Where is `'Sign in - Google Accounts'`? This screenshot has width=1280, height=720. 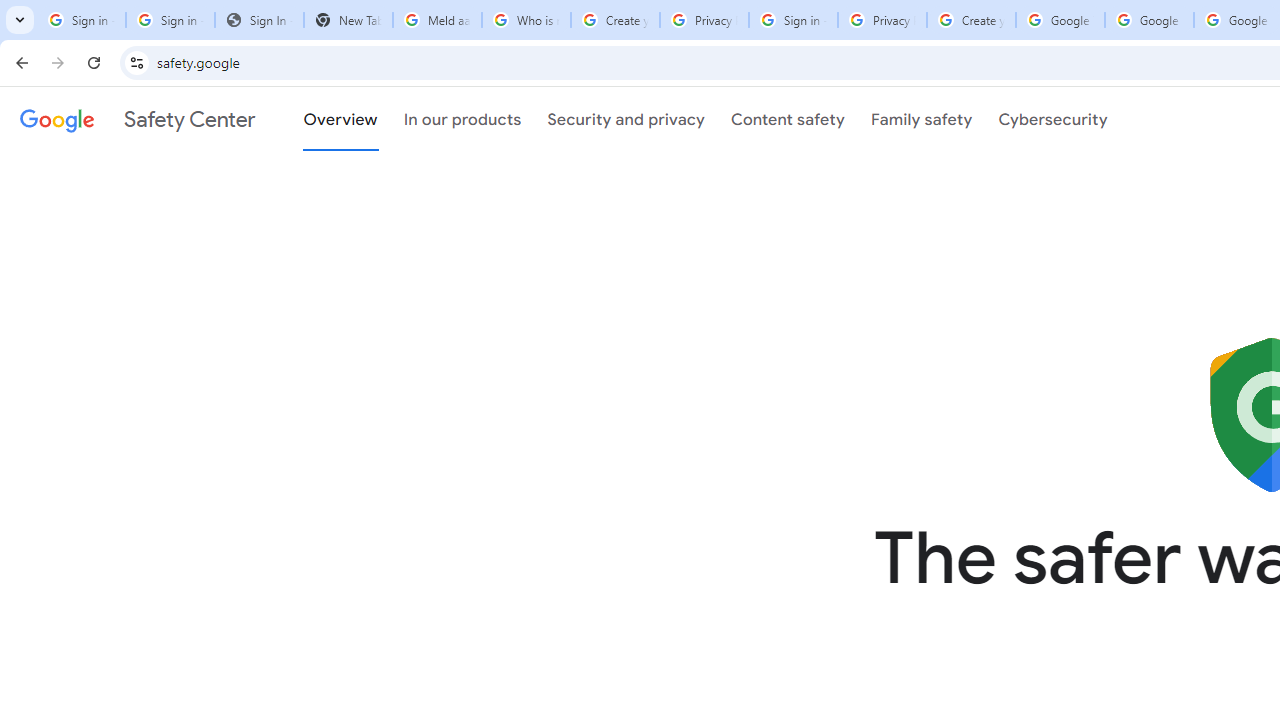 'Sign in - Google Accounts' is located at coordinates (170, 20).